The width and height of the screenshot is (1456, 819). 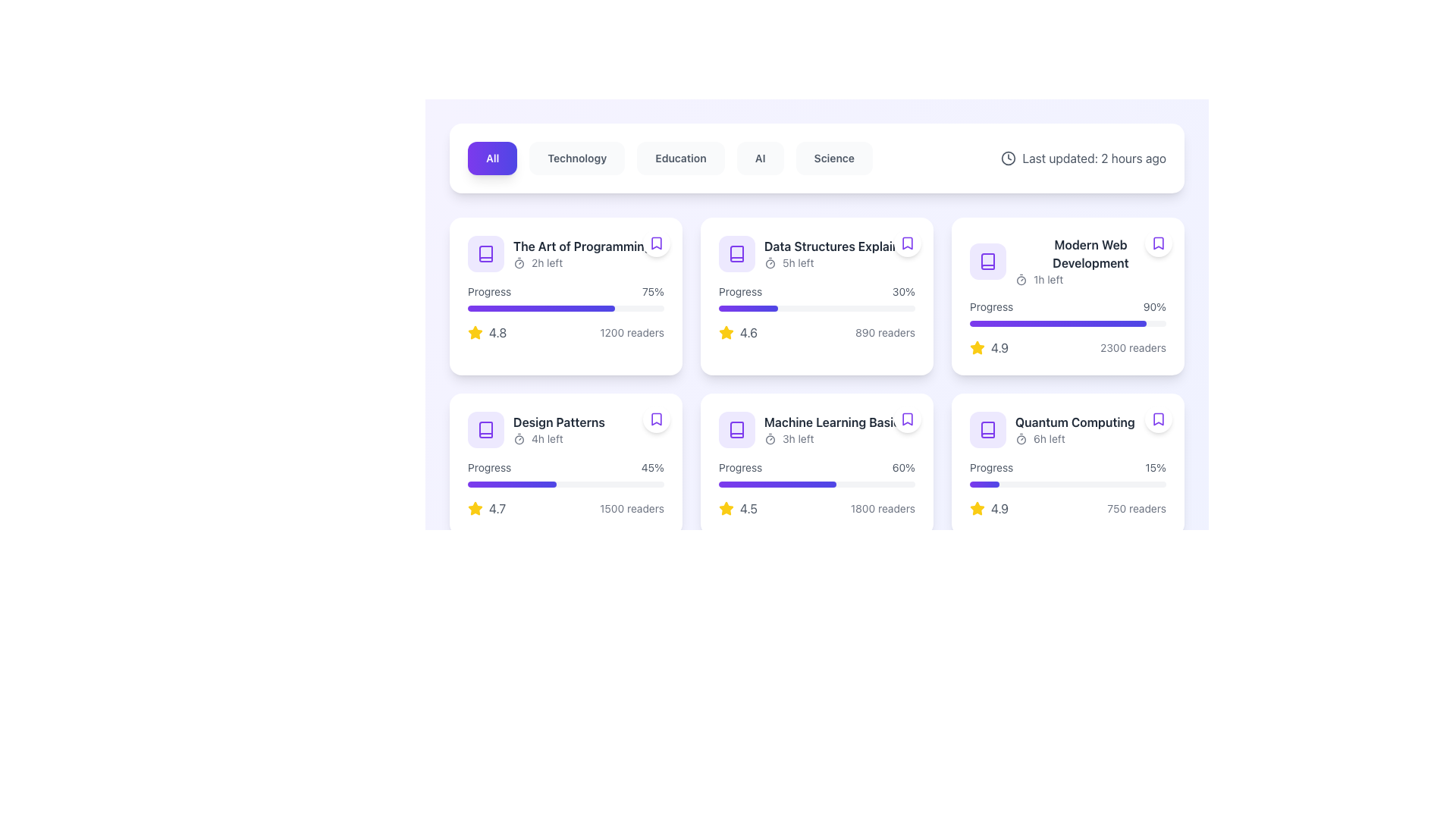 I want to click on the informational Text label indicating remaining time, located in the rightmost card of the second row, so click(x=1048, y=438).